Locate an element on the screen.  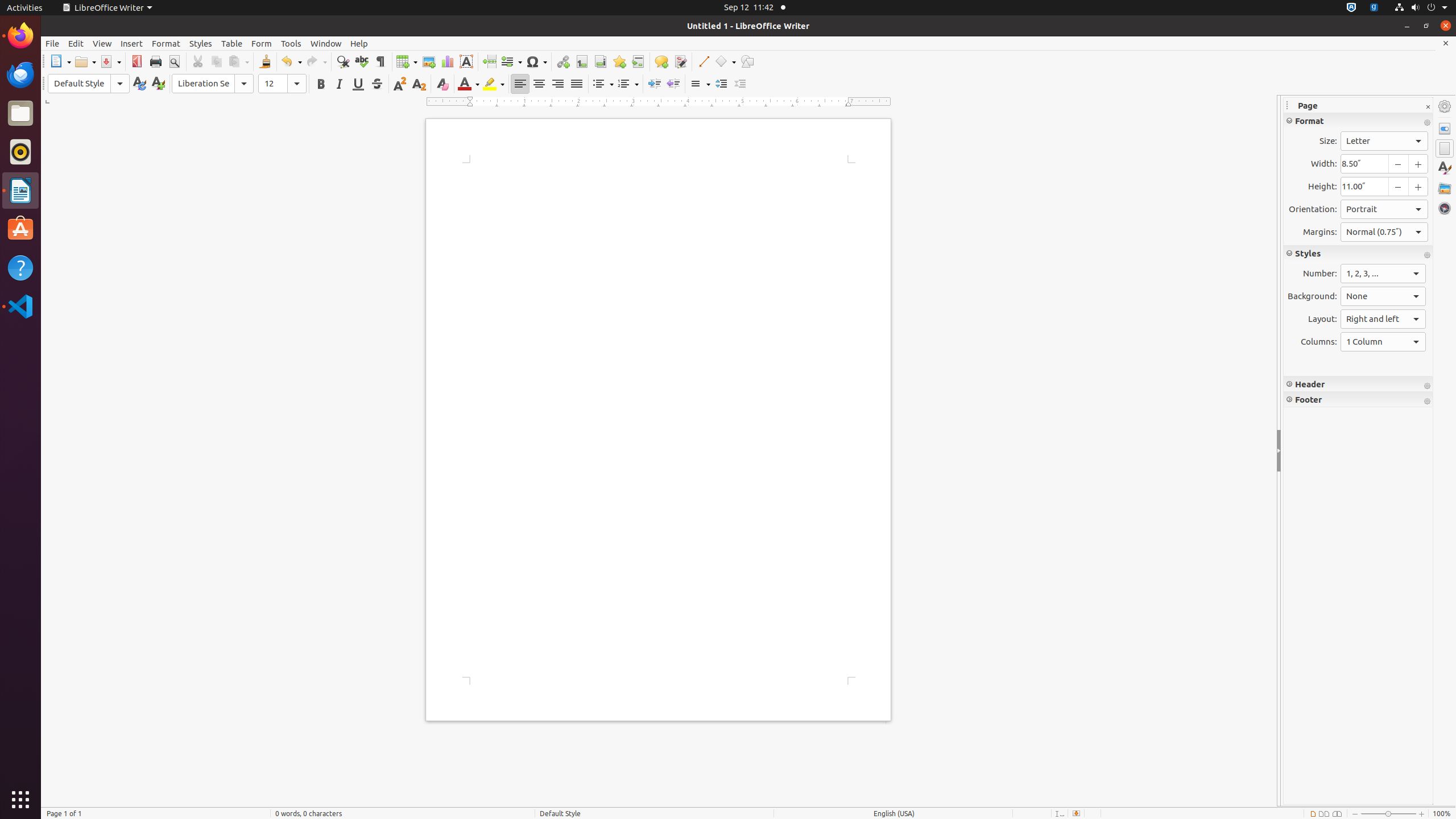
'Hyperlink' is located at coordinates (562, 61).